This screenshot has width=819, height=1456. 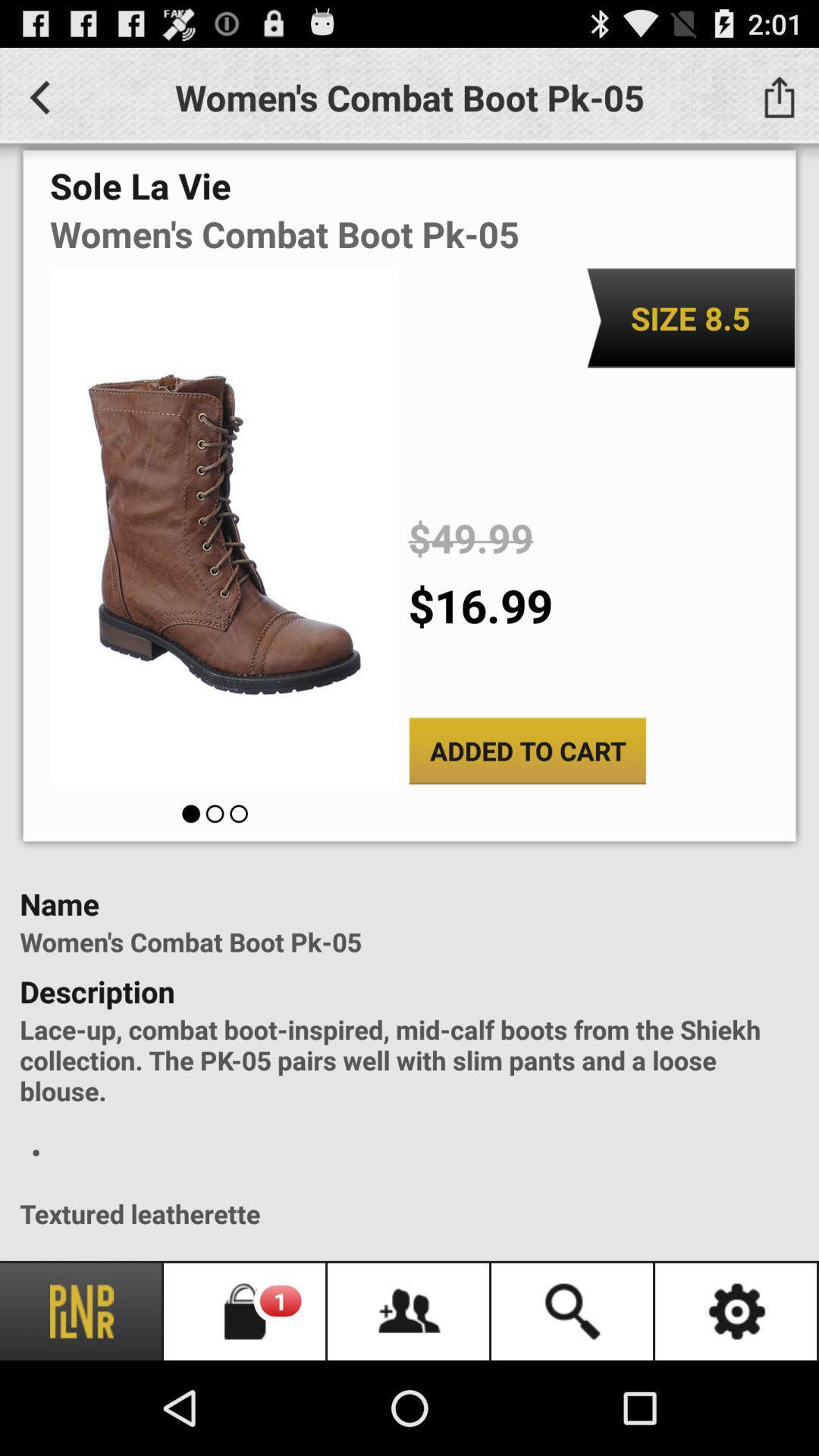 What do you see at coordinates (690, 317) in the screenshot?
I see `the item below women s combat app` at bounding box center [690, 317].